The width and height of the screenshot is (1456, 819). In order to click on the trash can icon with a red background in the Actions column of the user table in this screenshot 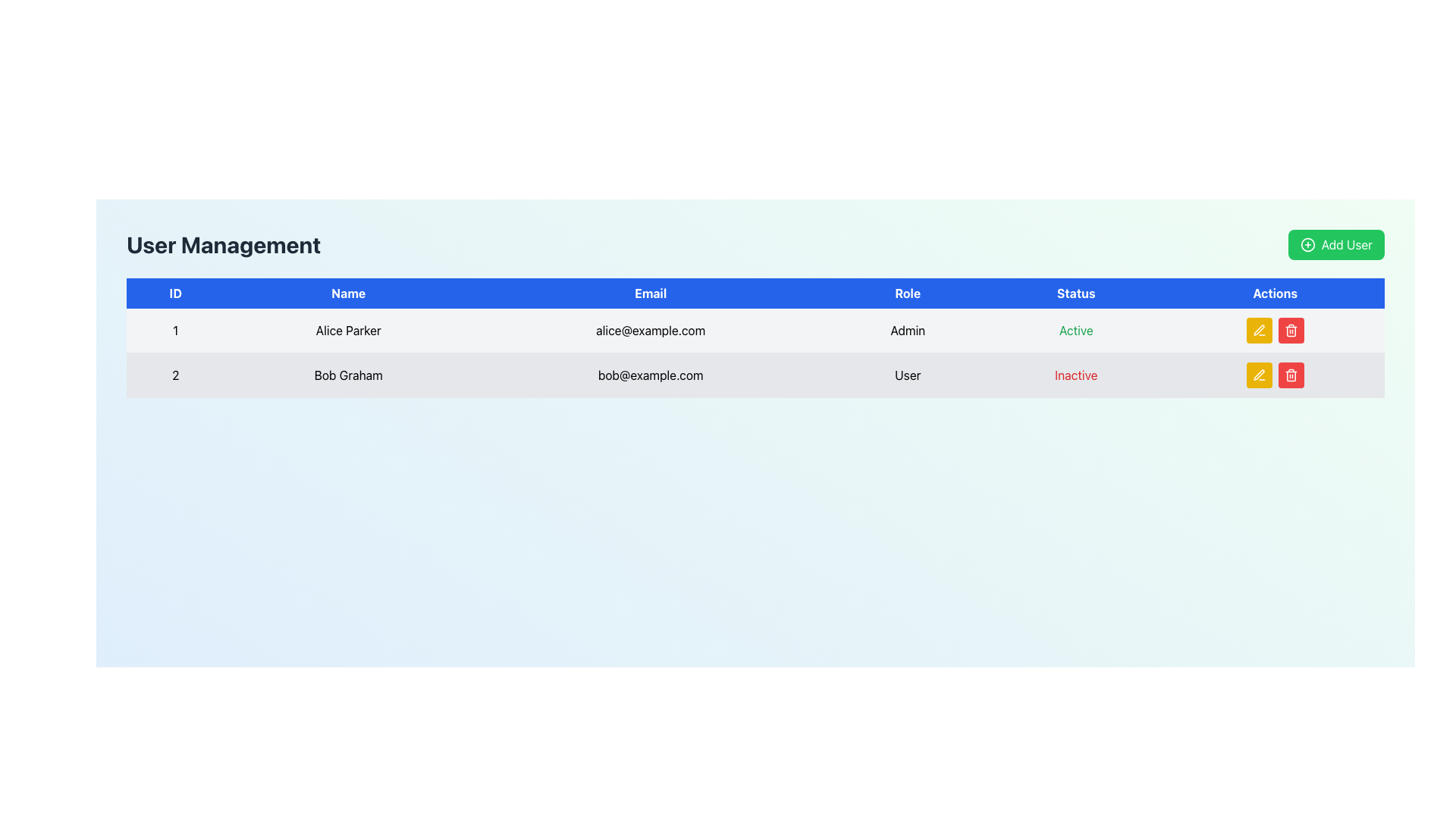, I will do `click(1290, 375)`.